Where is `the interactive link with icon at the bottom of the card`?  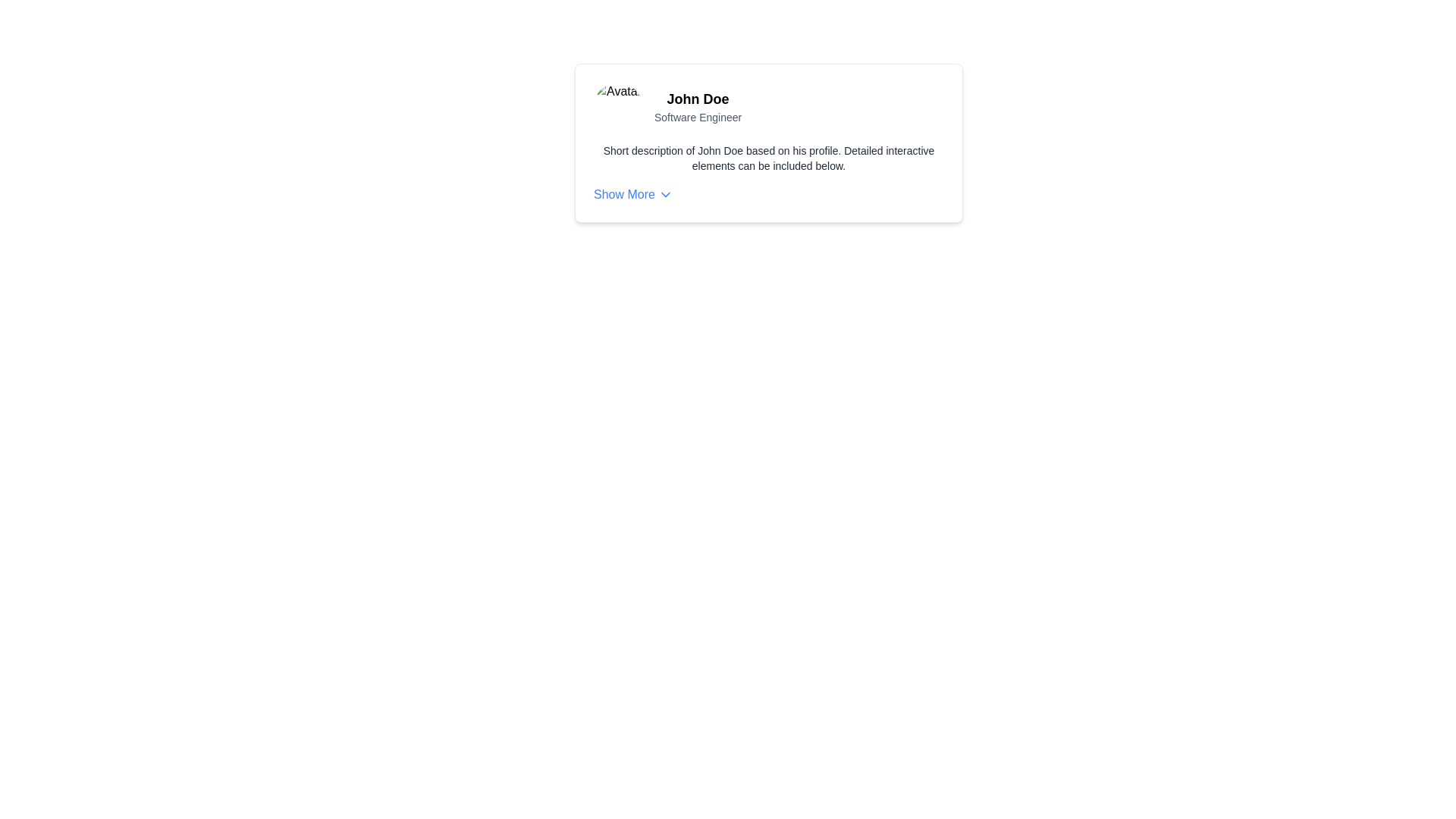 the interactive link with icon at the bottom of the card is located at coordinates (633, 194).